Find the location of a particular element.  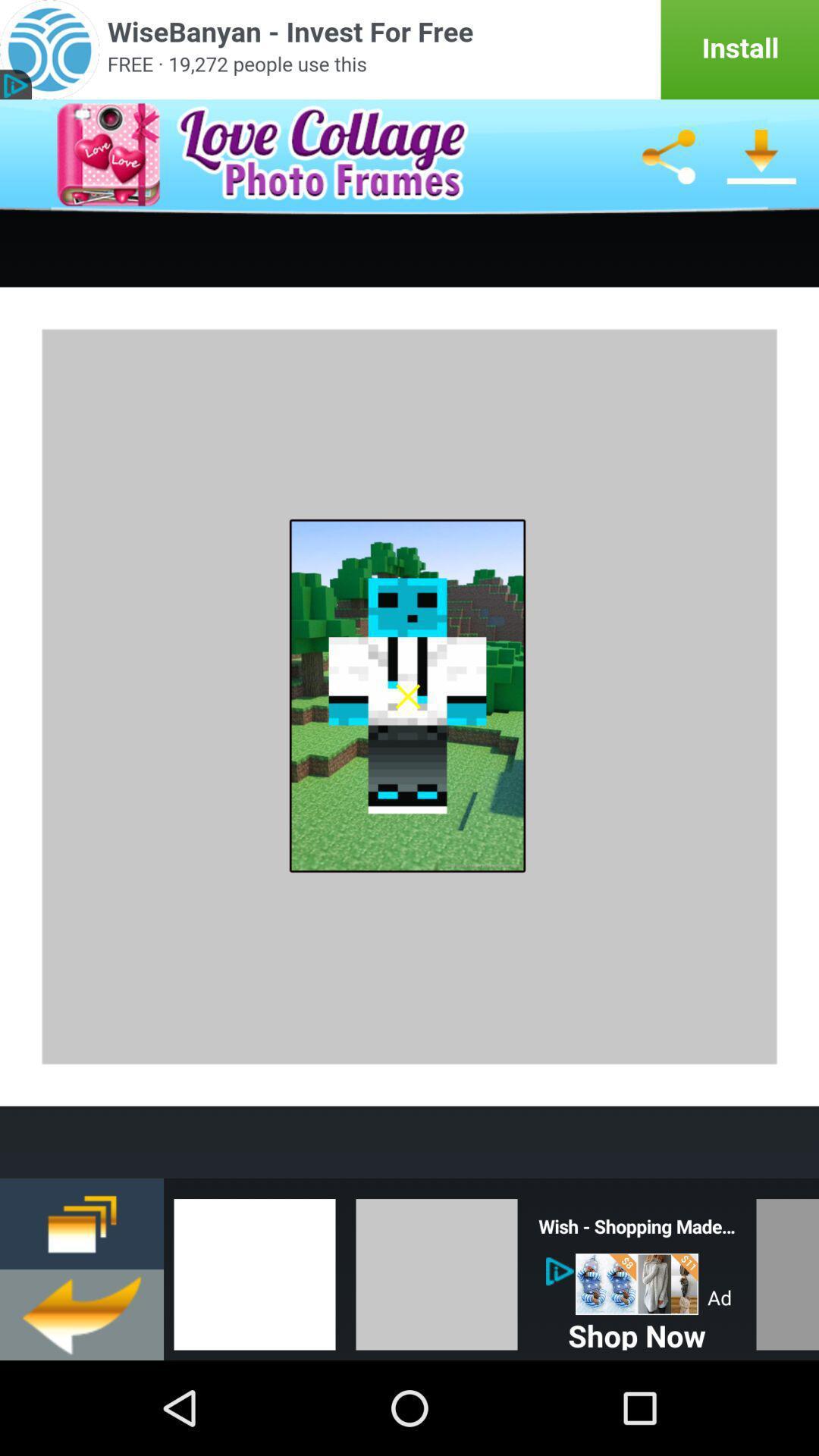

back is located at coordinates (82, 1313).